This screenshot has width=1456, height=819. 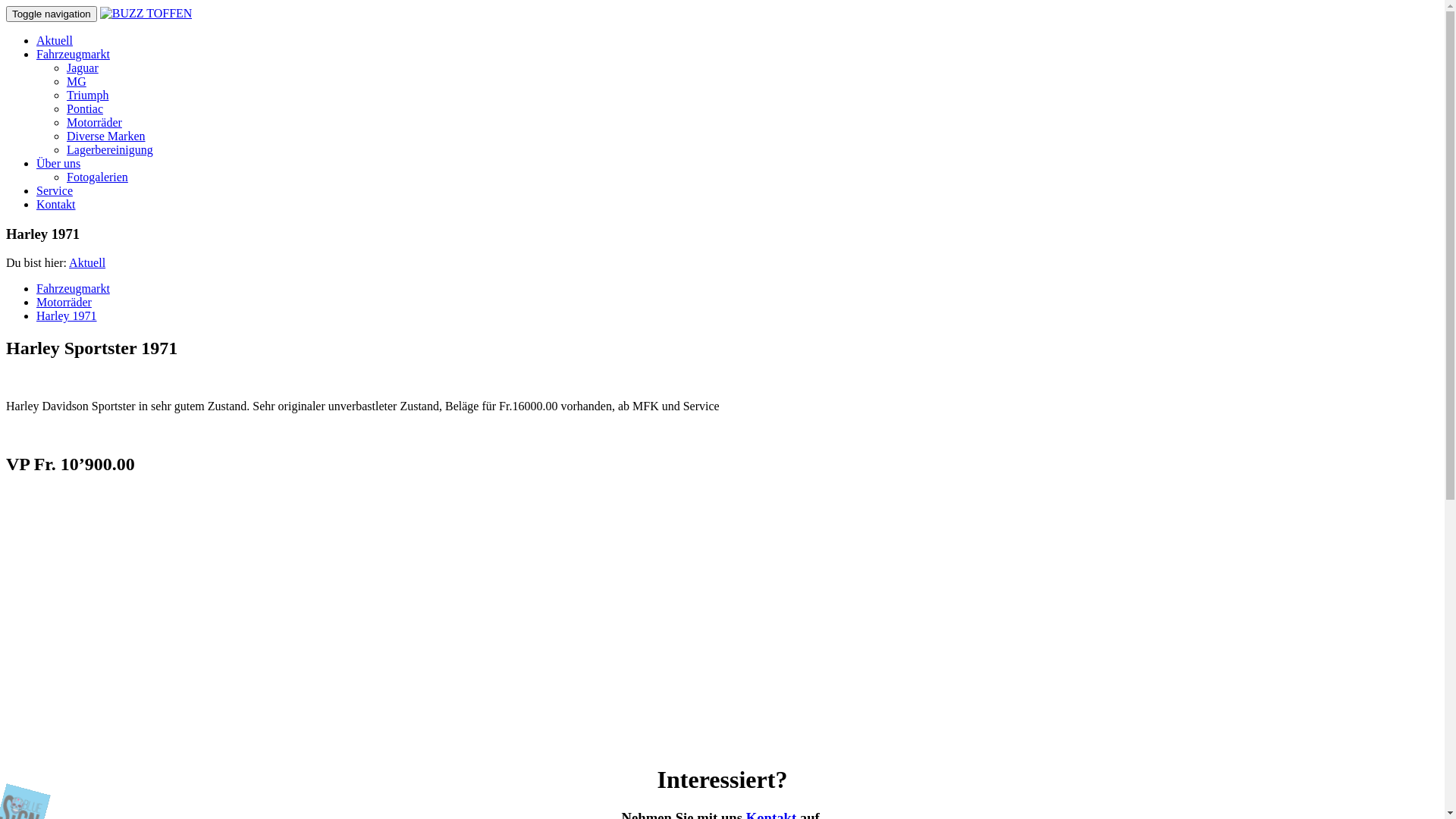 What do you see at coordinates (36, 53) in the screenshot?
I see `'Fahrzeugmarkt'` at bounding box center [36, 53].